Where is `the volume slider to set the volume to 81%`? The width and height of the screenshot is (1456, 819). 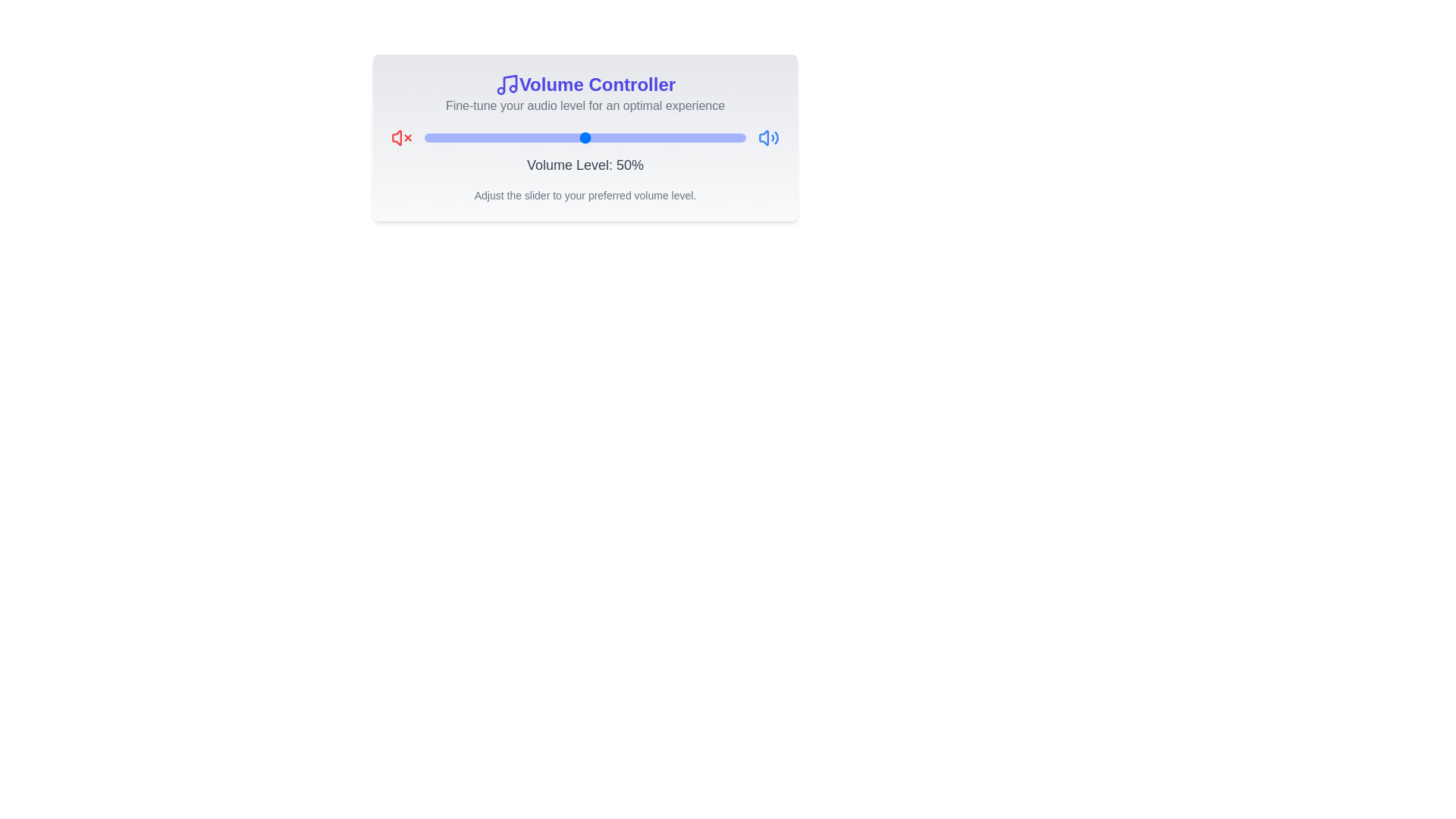 the volume slider to set the volume to 81% is located at coordinates (684, 137).